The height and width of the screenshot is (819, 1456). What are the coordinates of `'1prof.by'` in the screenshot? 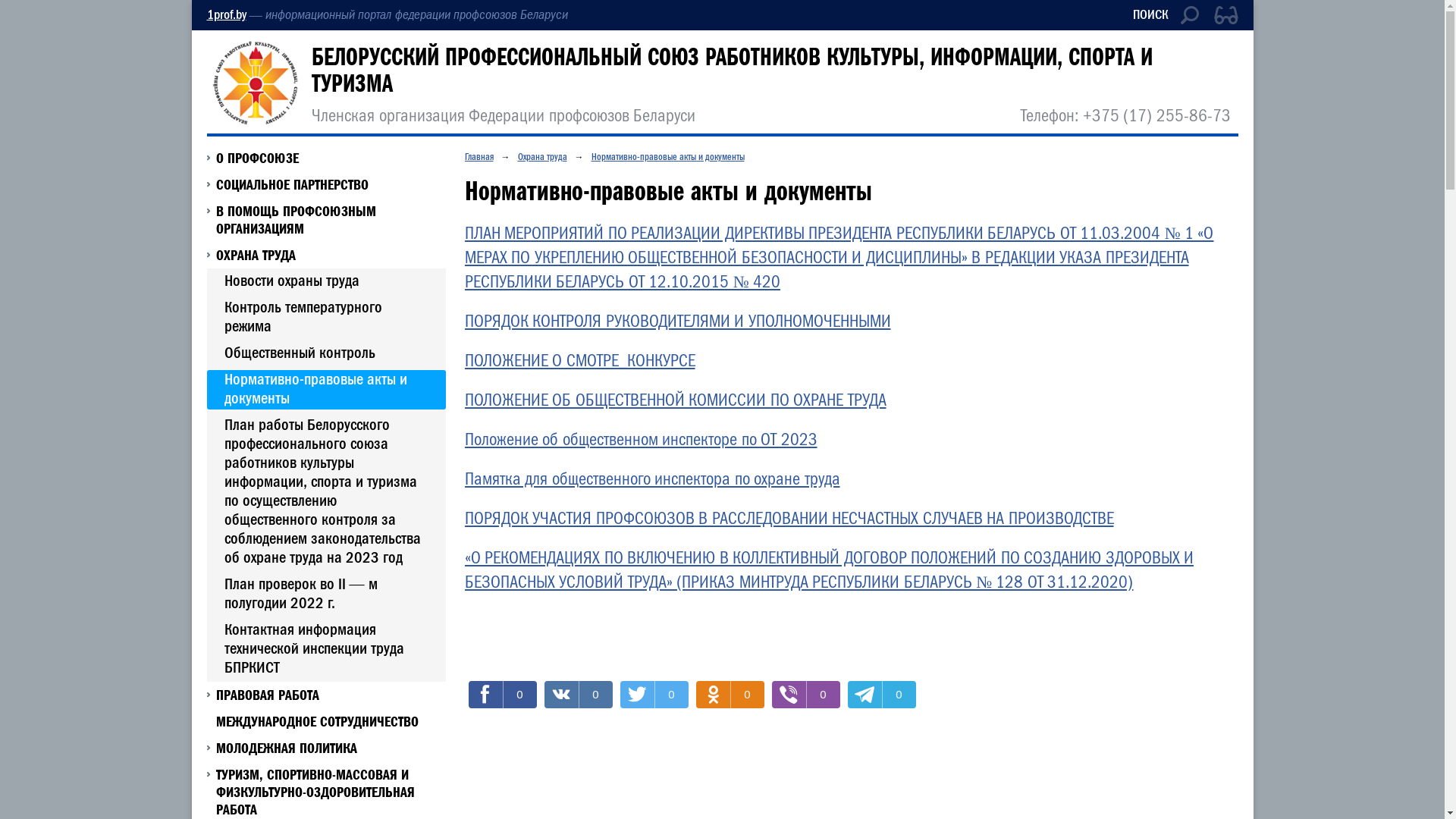 It's located at (224, 14).